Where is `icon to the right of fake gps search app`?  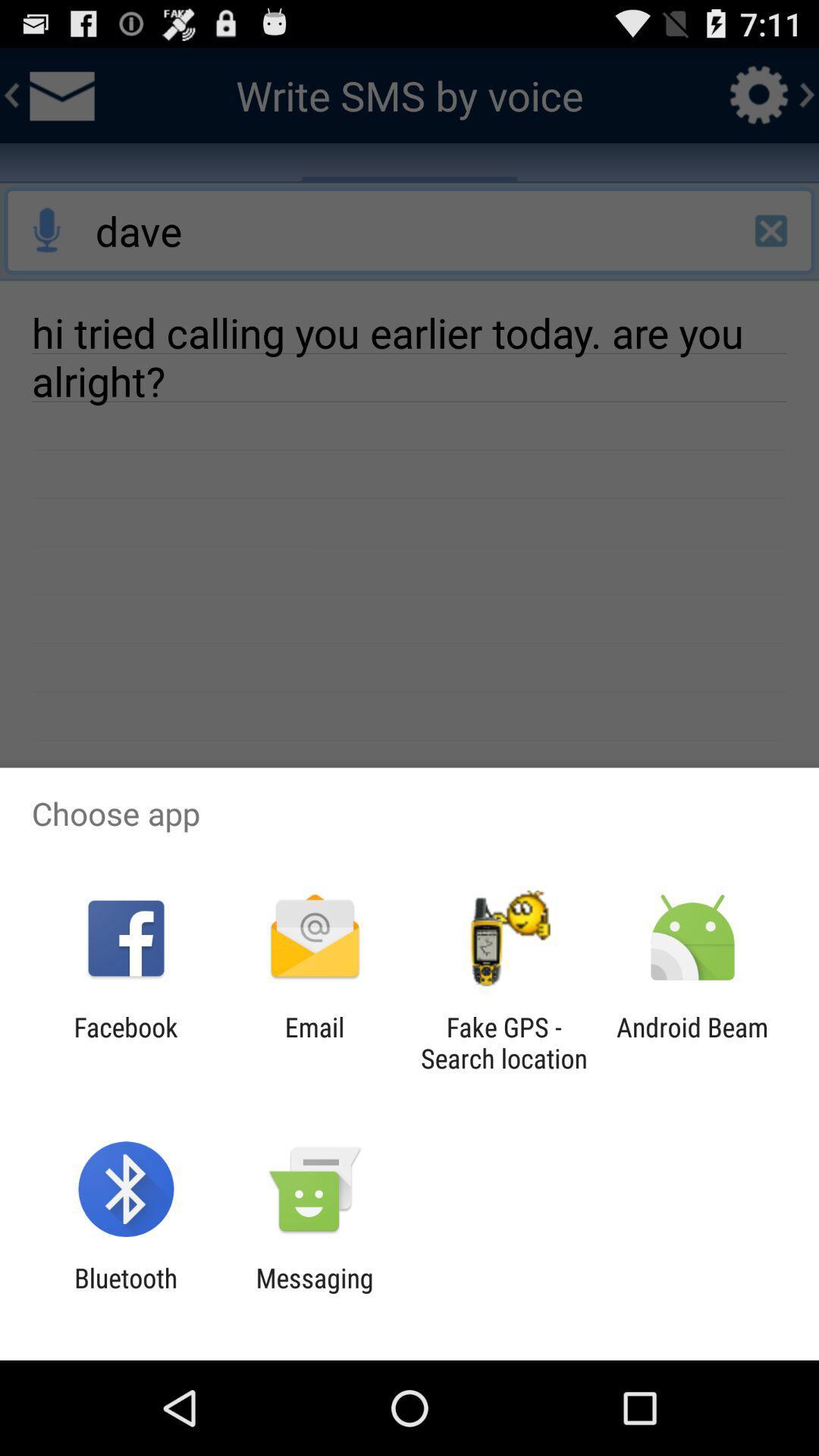 icon to the right of fake gps search app is located at coordinates (692, 1042).